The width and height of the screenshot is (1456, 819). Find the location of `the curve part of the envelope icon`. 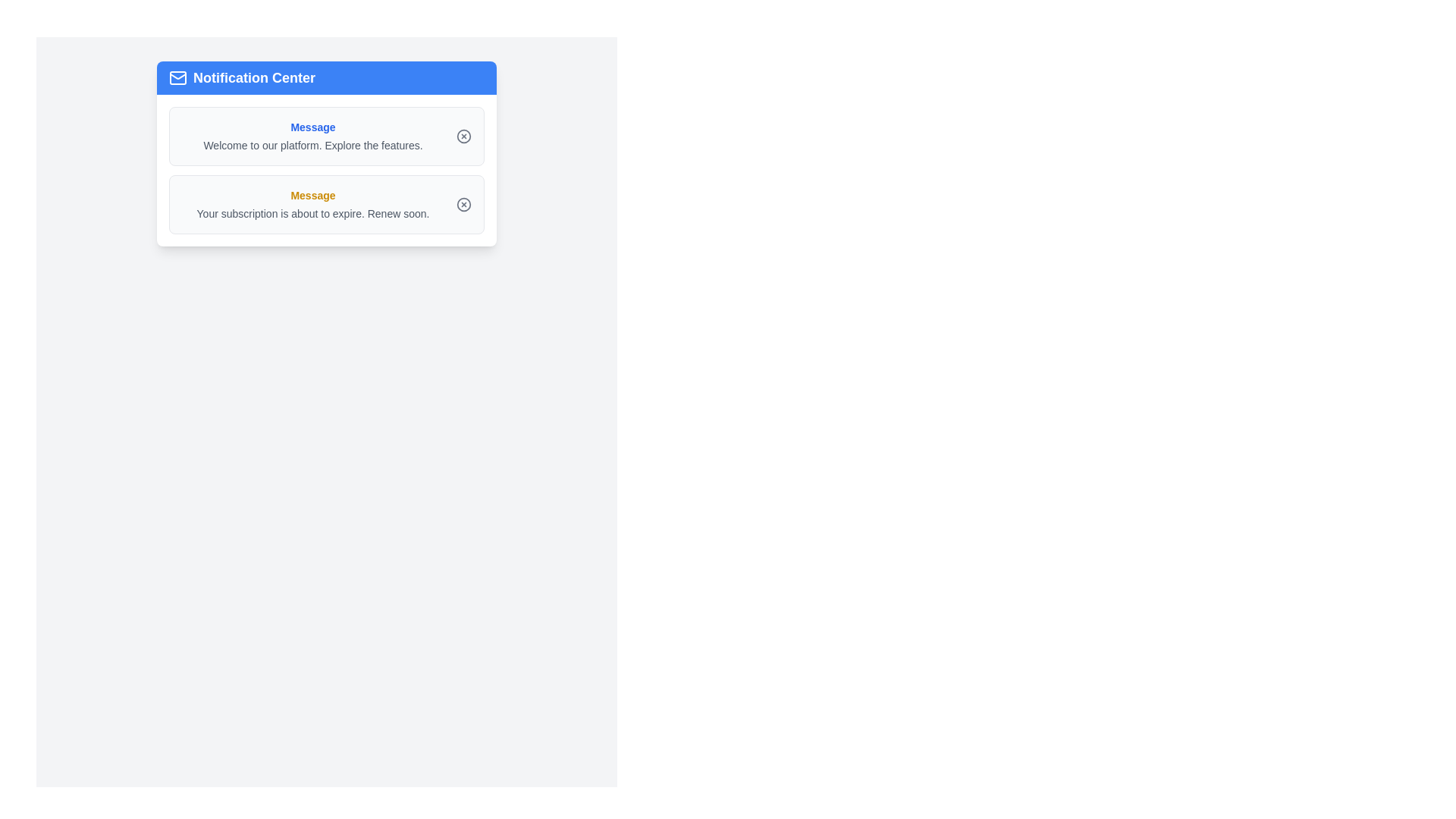

the curve part of the envelope icon is located at coordinates (178, 76).